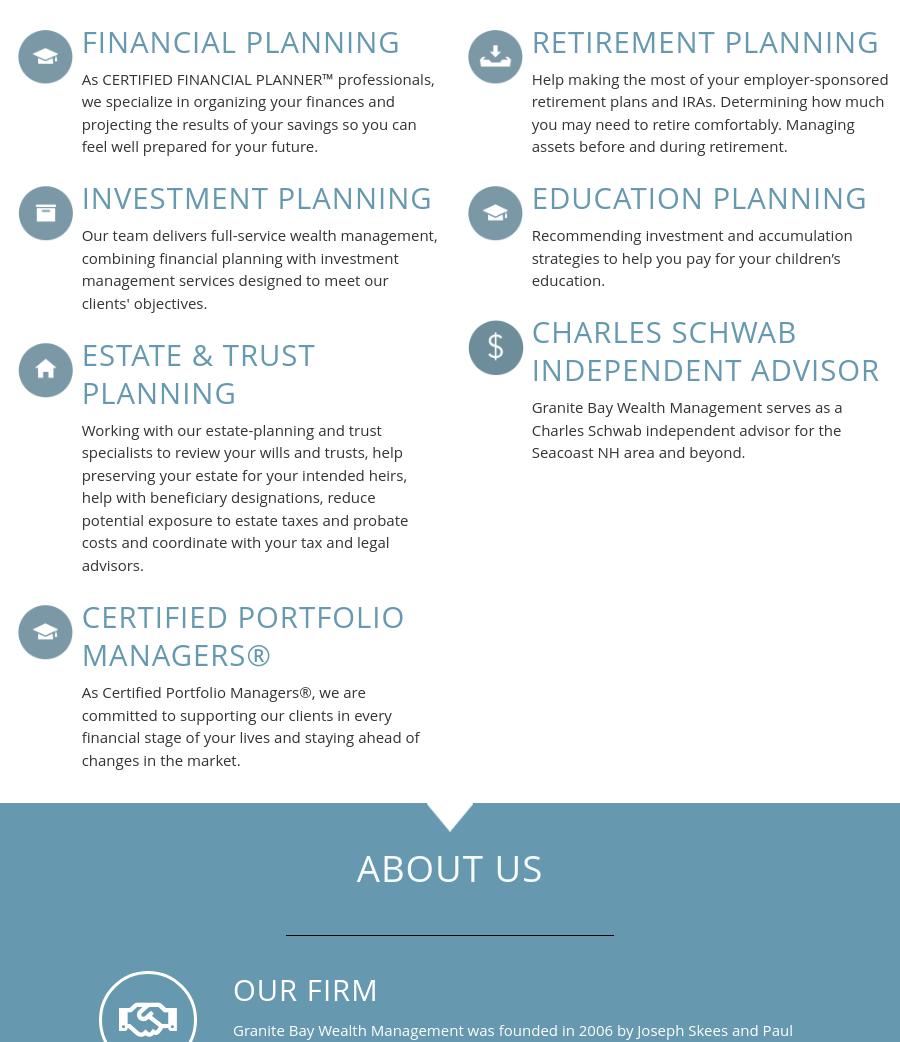  I want to click on 'Our team delivers full-service wealth management, combining financial planning with investment management services designed to meet our clients' objectives.', so click(258, 268).